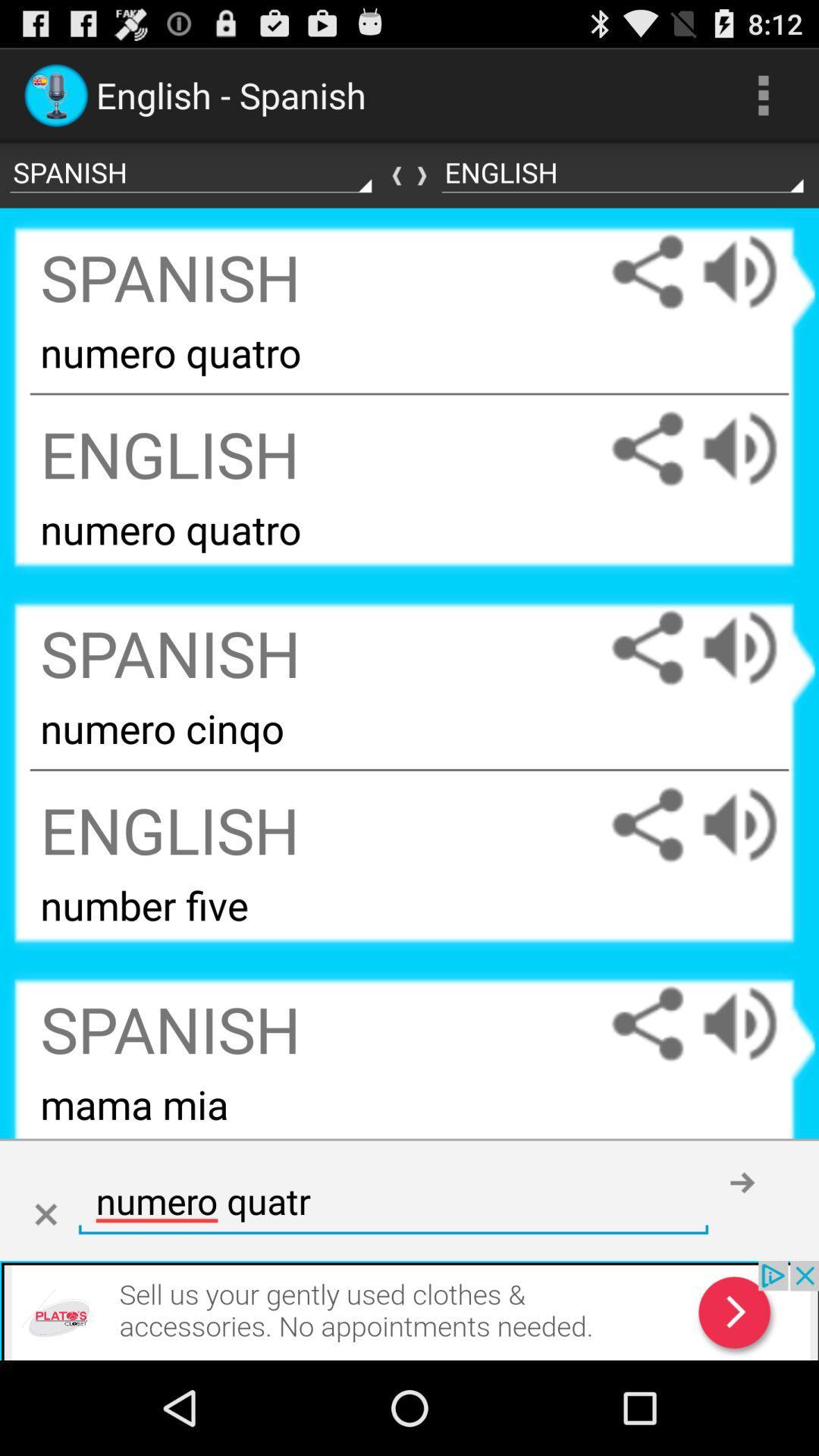 This screenshot has width=819, height=1456. Describe the element at coordinates (755, 824) in the screenshot. I see `volume` at that location.